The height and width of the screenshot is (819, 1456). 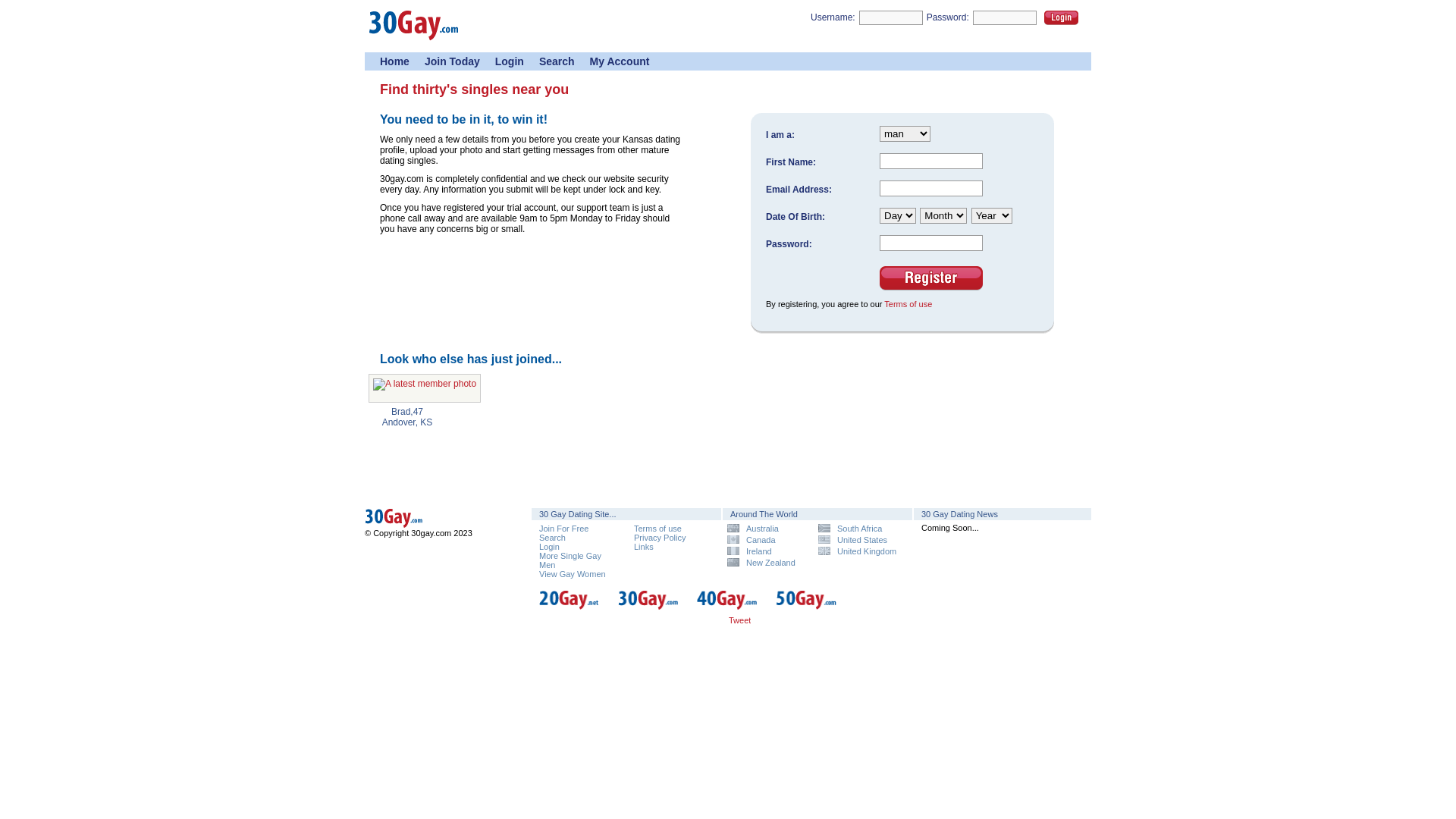 I want to click on 'United Kingdom', so click(x=858, y=551).